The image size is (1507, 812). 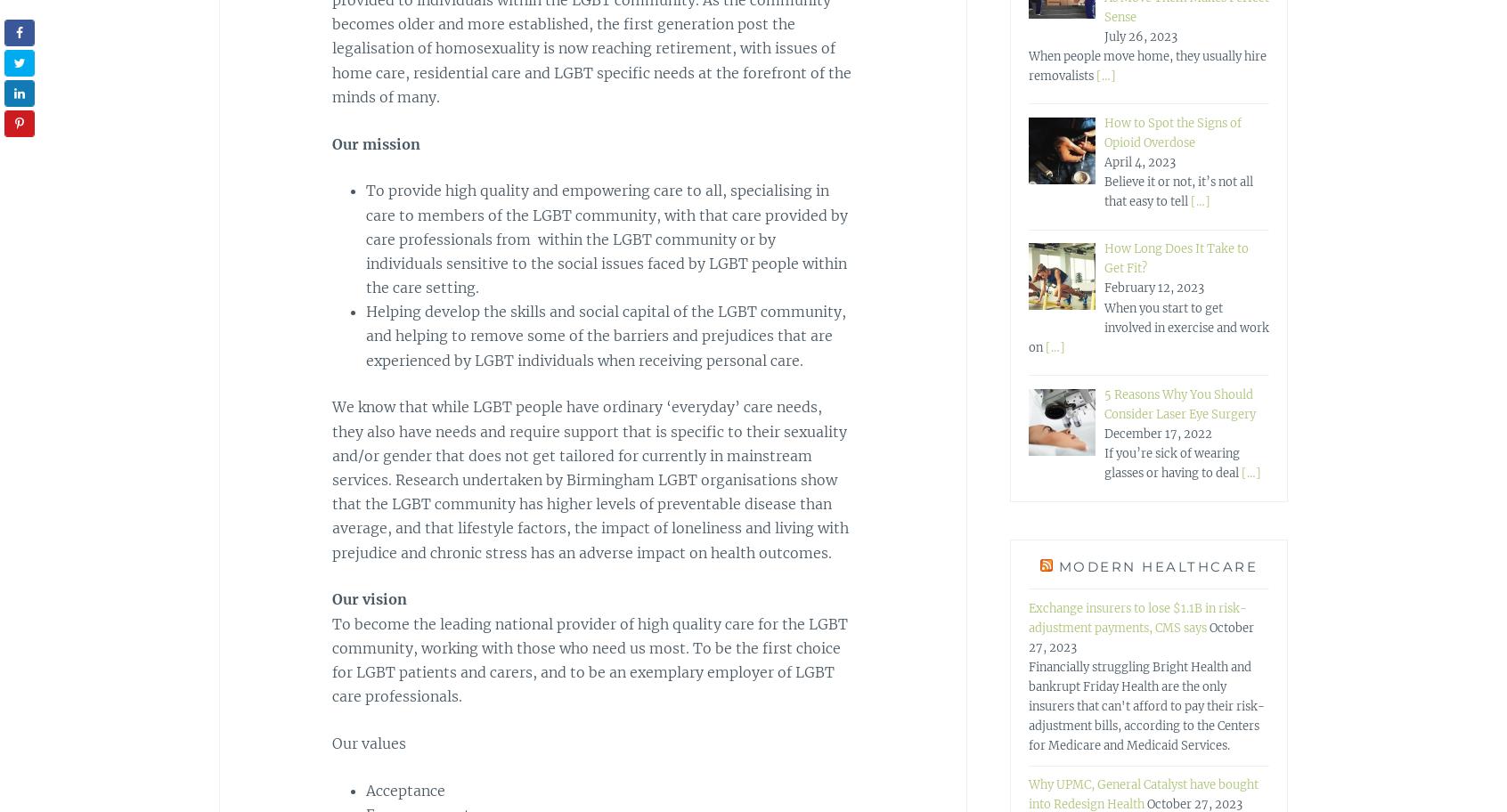 What do you see at coordinates (1147, 326) in the screenshot?
I see `'When you start to get involved in exercise and work on'` at bounding box center [1147, 326].